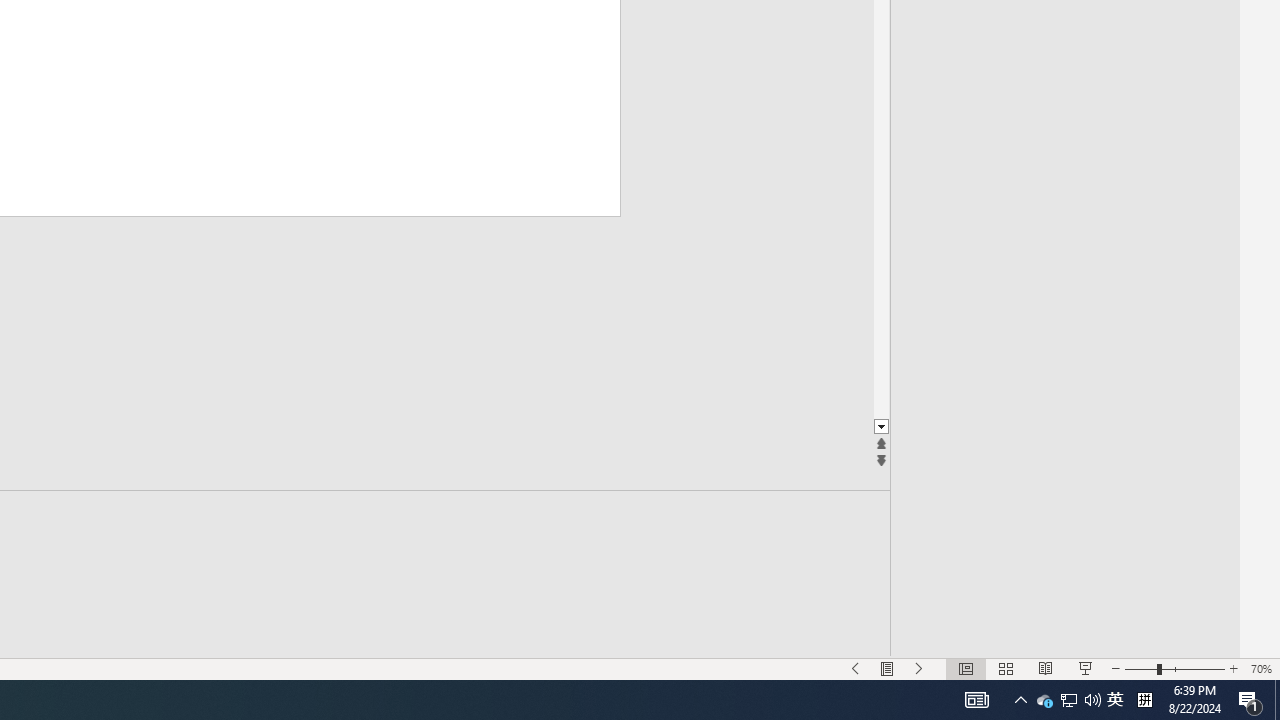 Image resolution: width=1280 pixels, height=720 pixels. What do you see at coordinates (918, 669) in the screenshot?
I see `'Slide Show Next On'` at bounding box center [918, 669].